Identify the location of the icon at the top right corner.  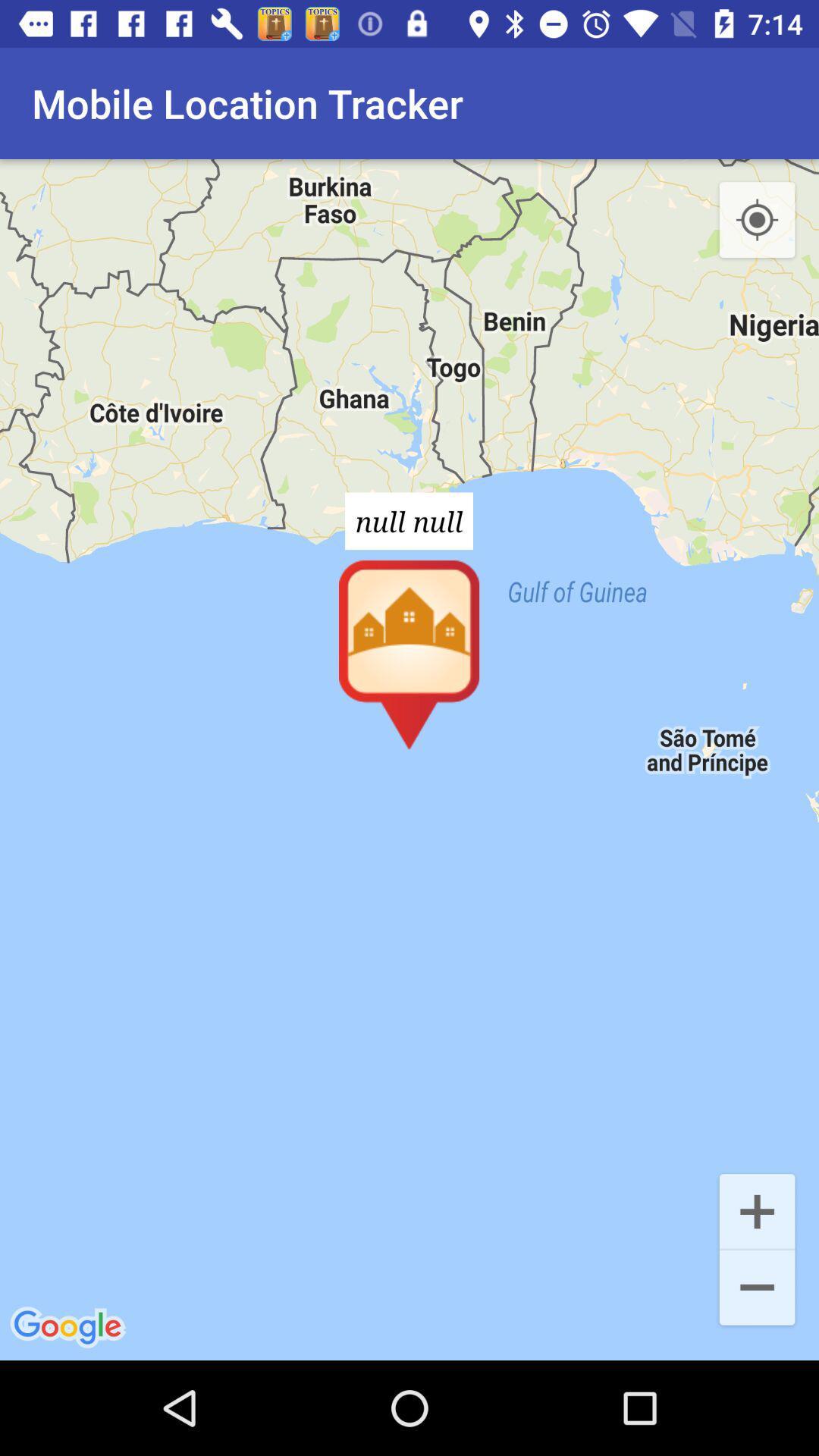
(757, 220).